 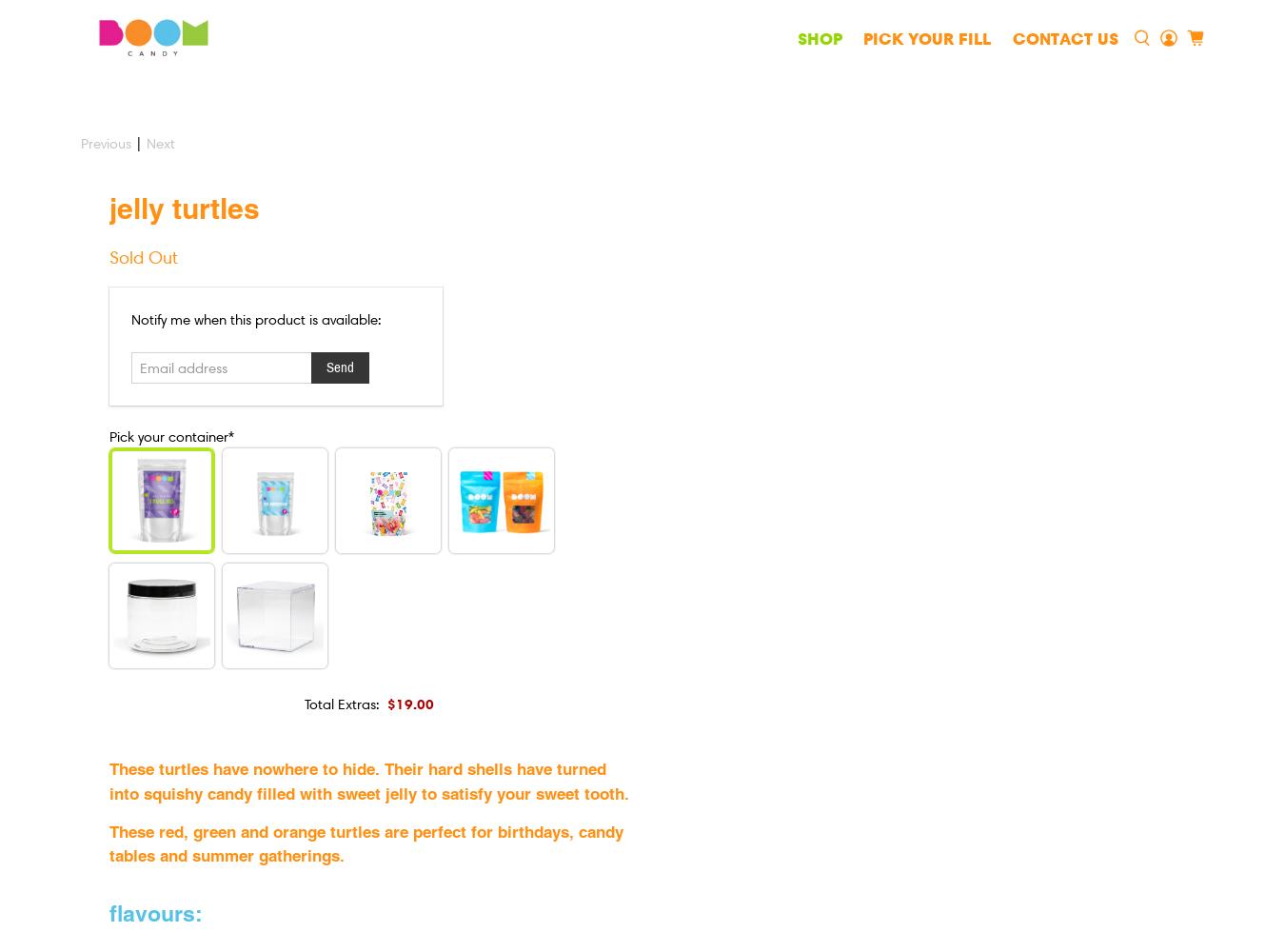 What do you see at coordinates (161, 144) in the screenshot?
I see `'Next'` at bounding box center [161, 144].